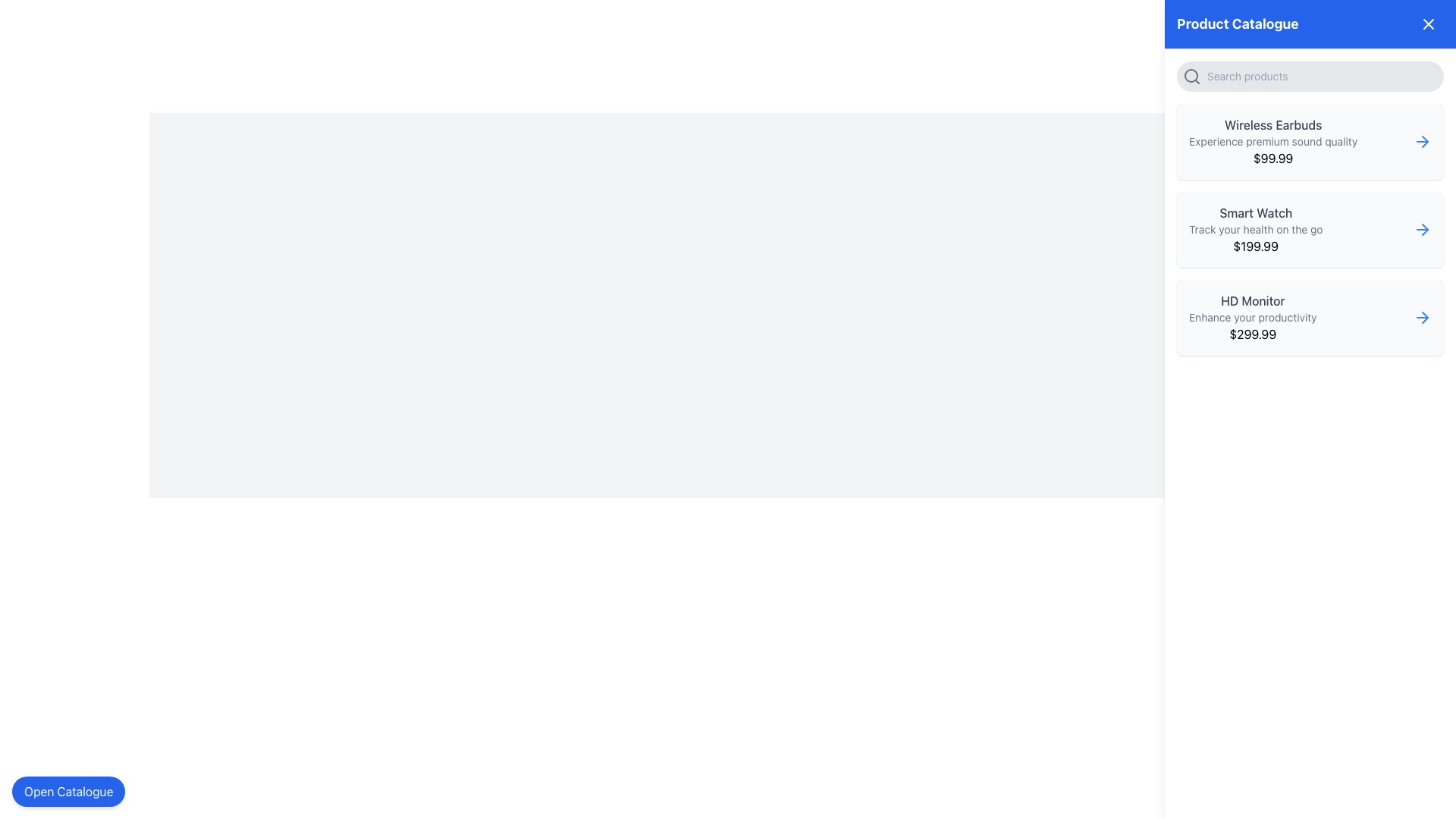 This screenshot has width=1456, height=819. What do you see at coordinates (1422, 141) in the screenshot?
I see `the blue-colored right-pointing arrow icon button located at the far right of the 'Wireless Earbuds' product card in the 'Product Catalogue' sidebar` at bounding box center [1422, 141].